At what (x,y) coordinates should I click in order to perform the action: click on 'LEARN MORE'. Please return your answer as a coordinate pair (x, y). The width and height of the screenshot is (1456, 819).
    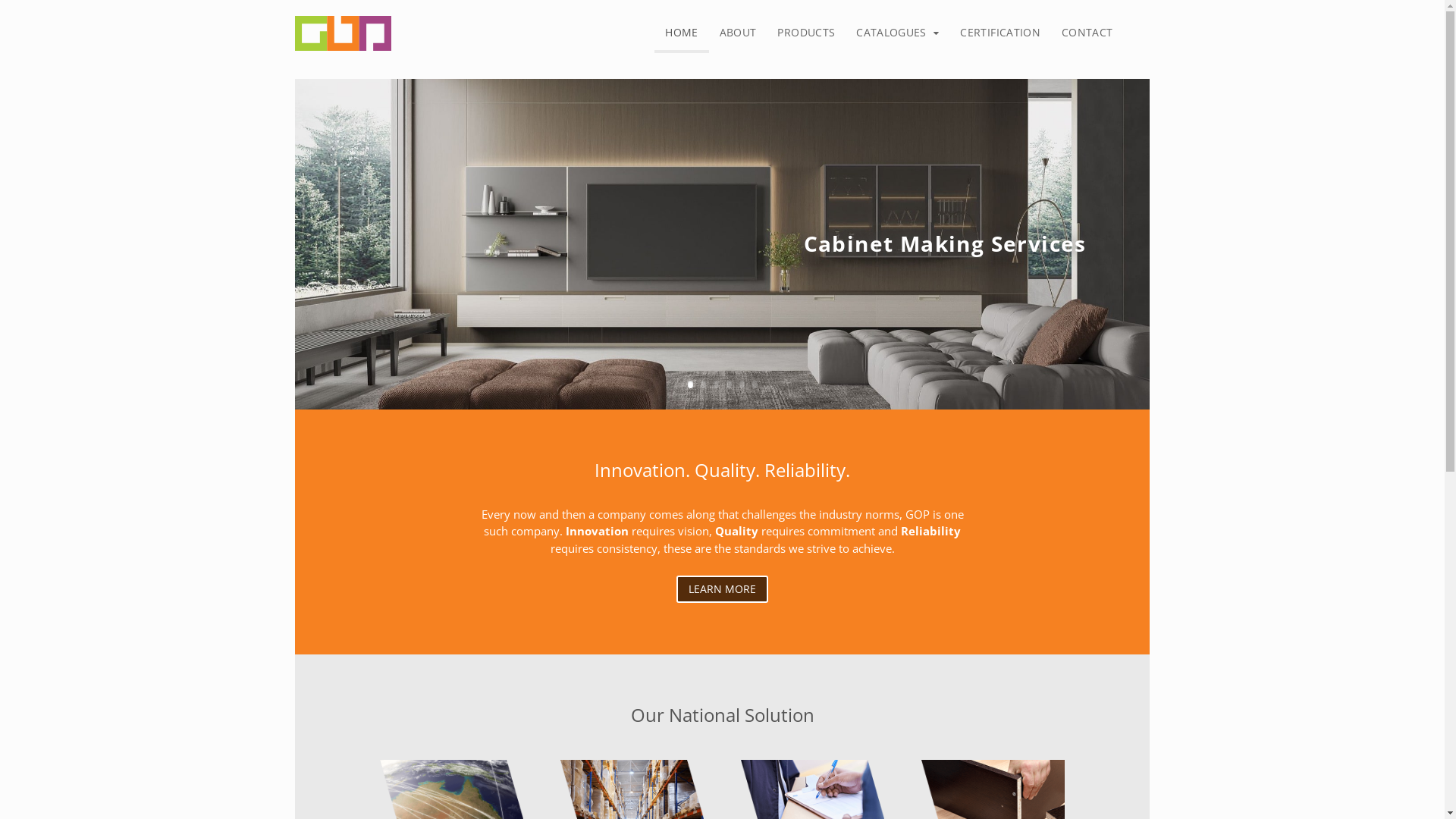
    Looking at the image, I should click on (721, 588).